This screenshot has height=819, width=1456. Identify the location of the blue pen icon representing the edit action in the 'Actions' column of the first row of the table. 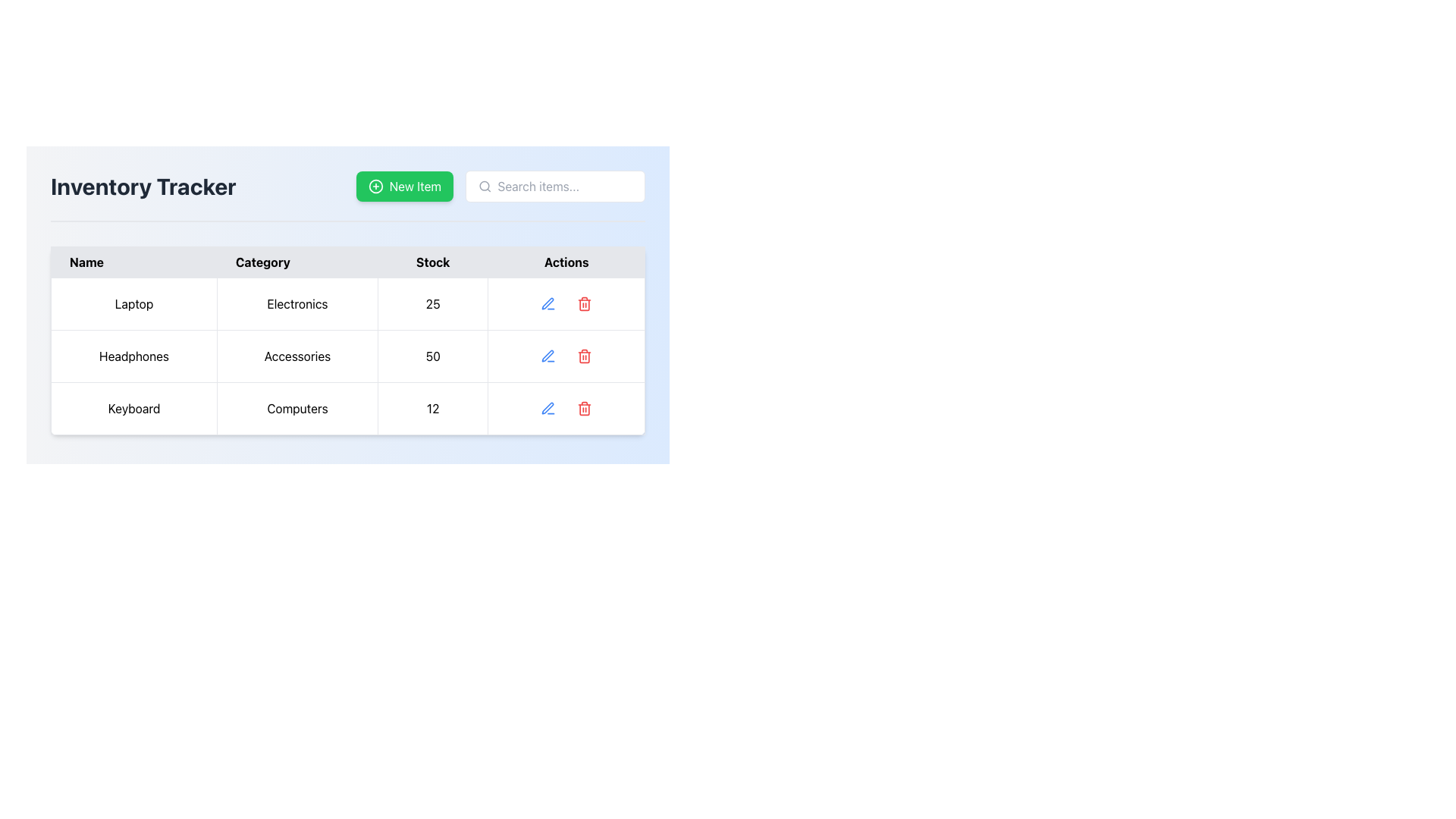
(548, 304).